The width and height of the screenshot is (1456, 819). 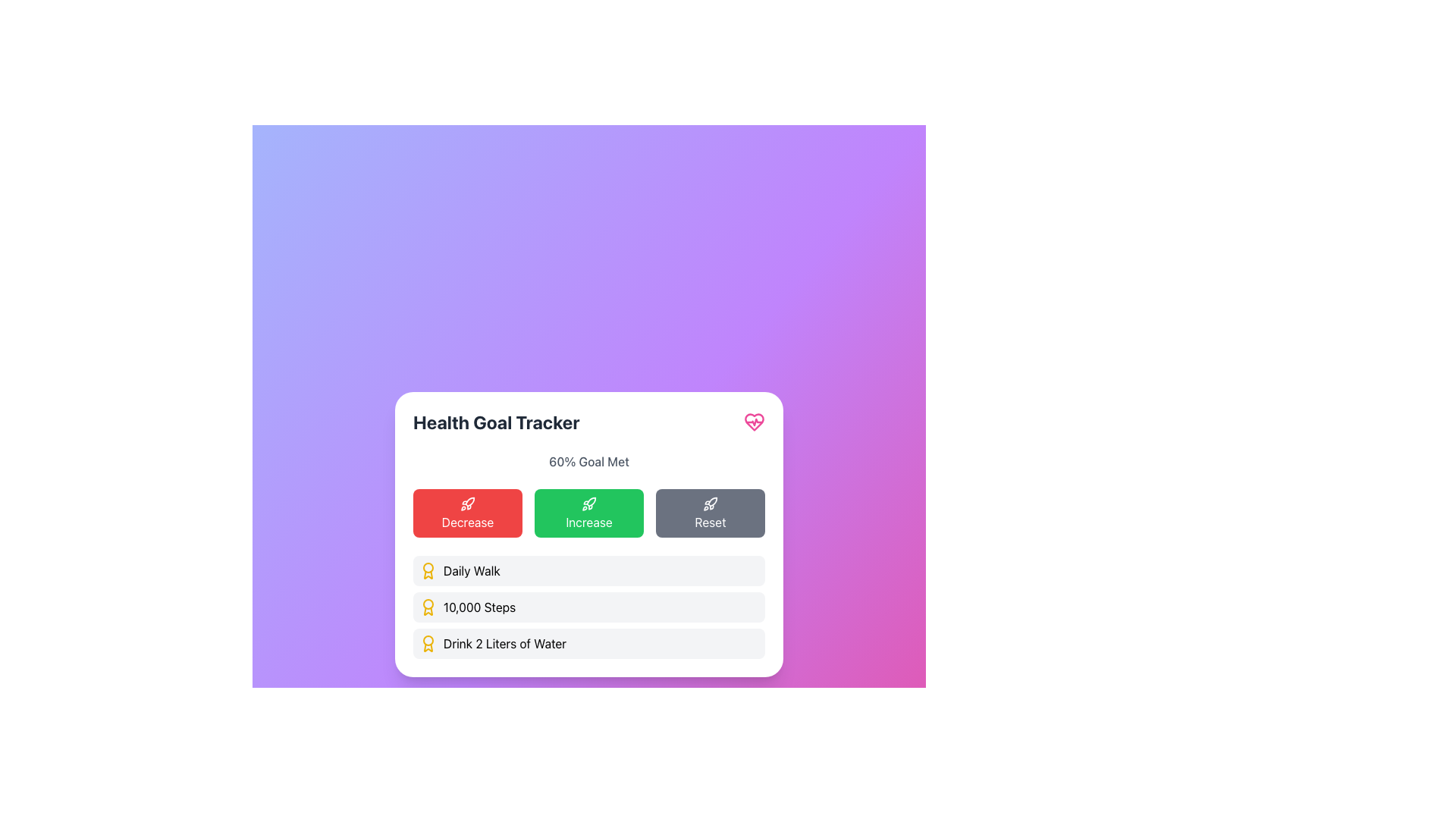 What do you see at coordinates (709, 504) in the screenshot?
I see `the decorative reset icon located inside the 'Reset' button, the last button in a series of three, centered in the upper section of the card layout` at bounding box center [709, 504].